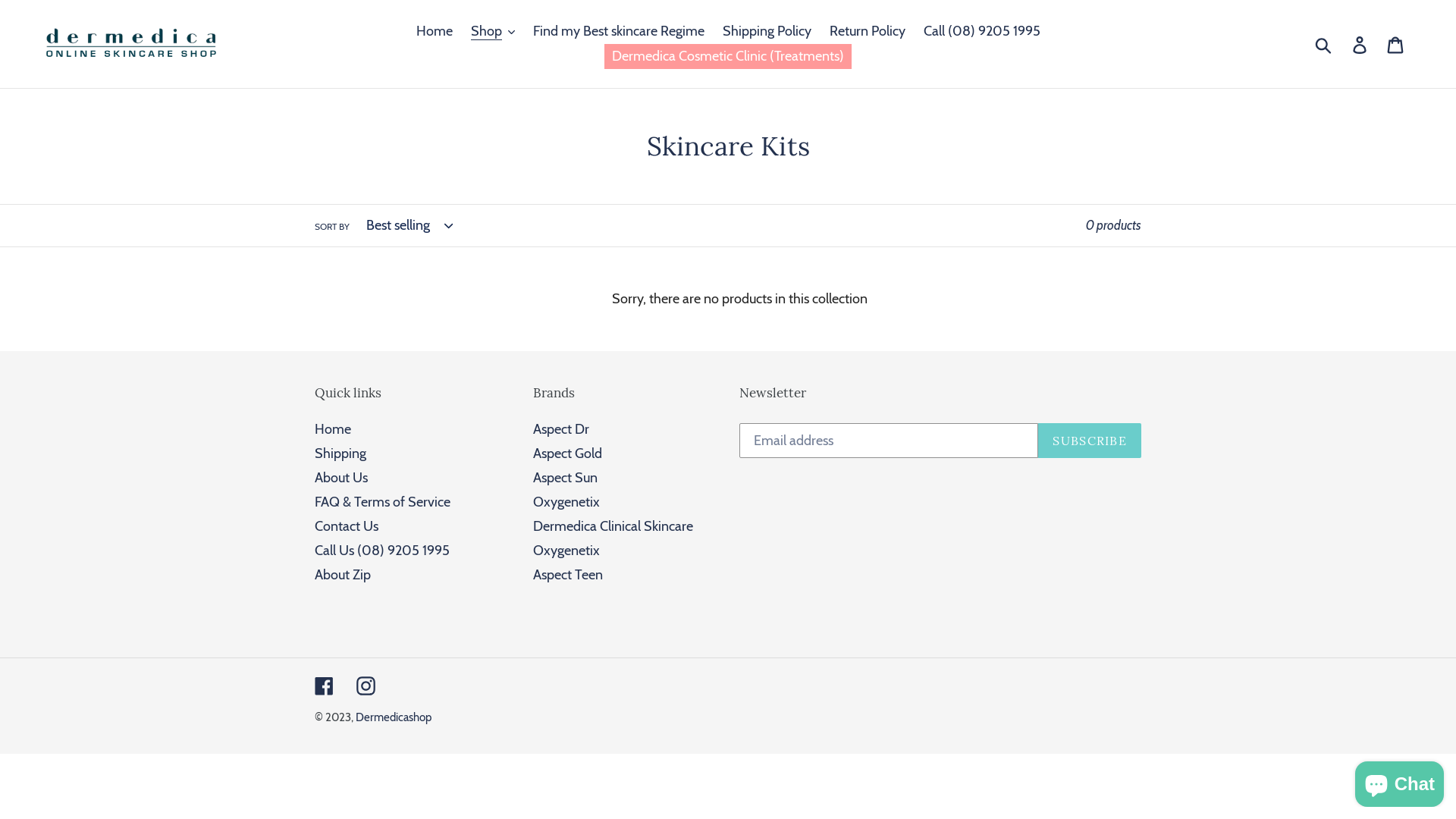 Image resolution: width=1456 pixels, height=819 pixels. What do you see at coordinates (915, 31) in the screenshot?
I see `'Call (08) 9205 1995'` at bounding box center [915, 31].